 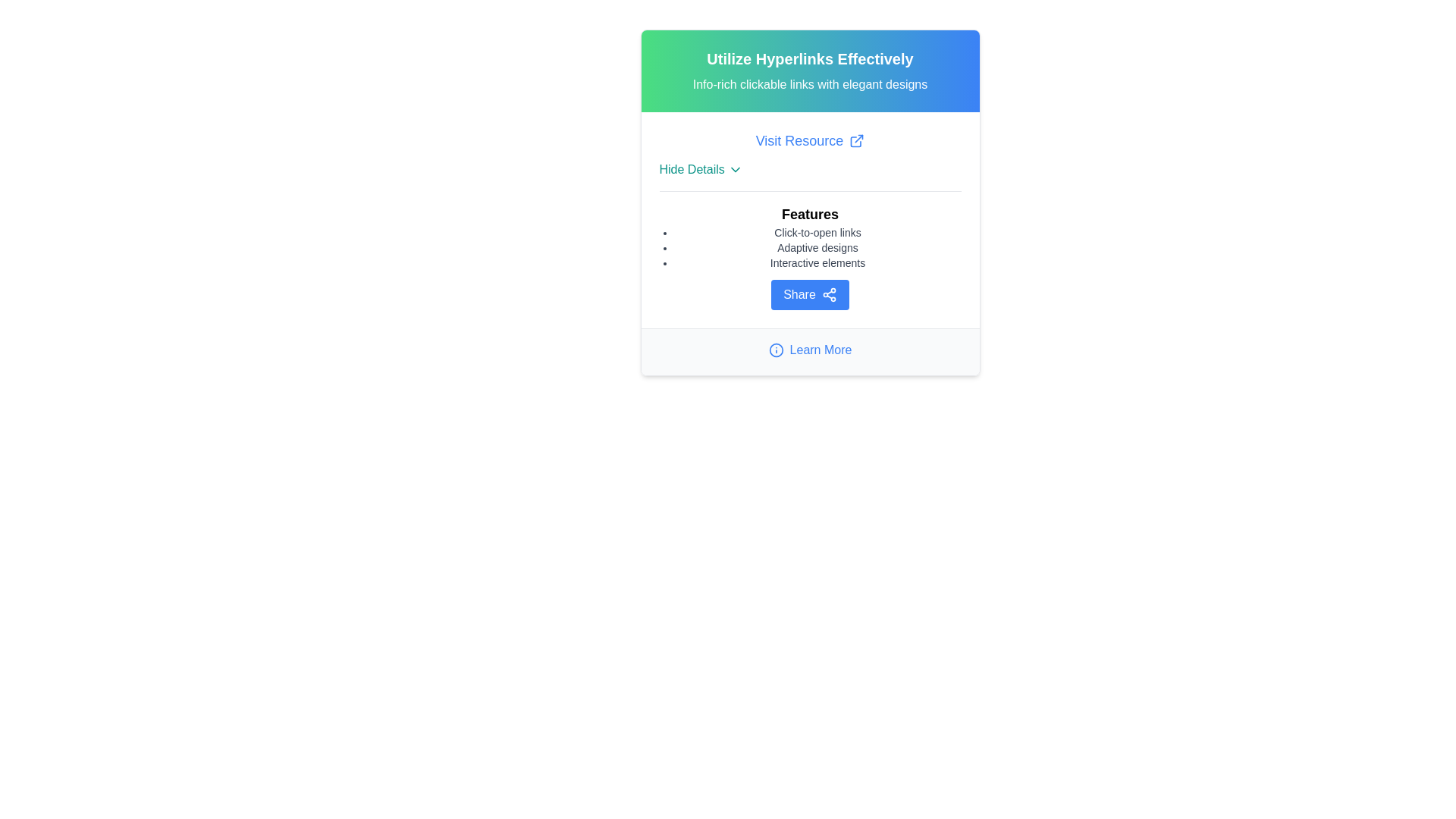 I want to click on the downward-pointing chevron icon located to the right of the 'Hide Details' label, so click(x=735, y=169).